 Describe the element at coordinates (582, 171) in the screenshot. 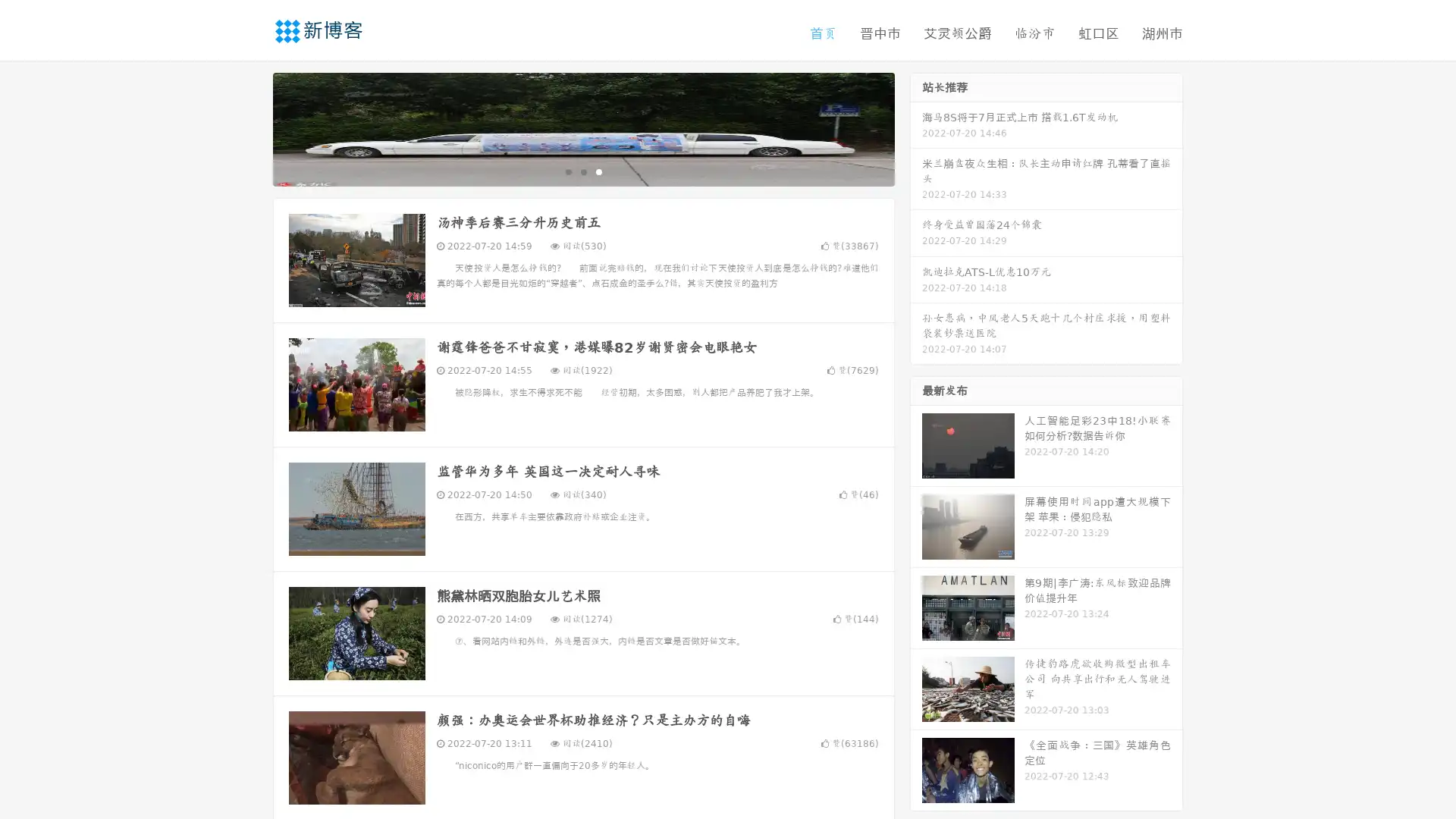

I see `Go to slide 2` at that location.